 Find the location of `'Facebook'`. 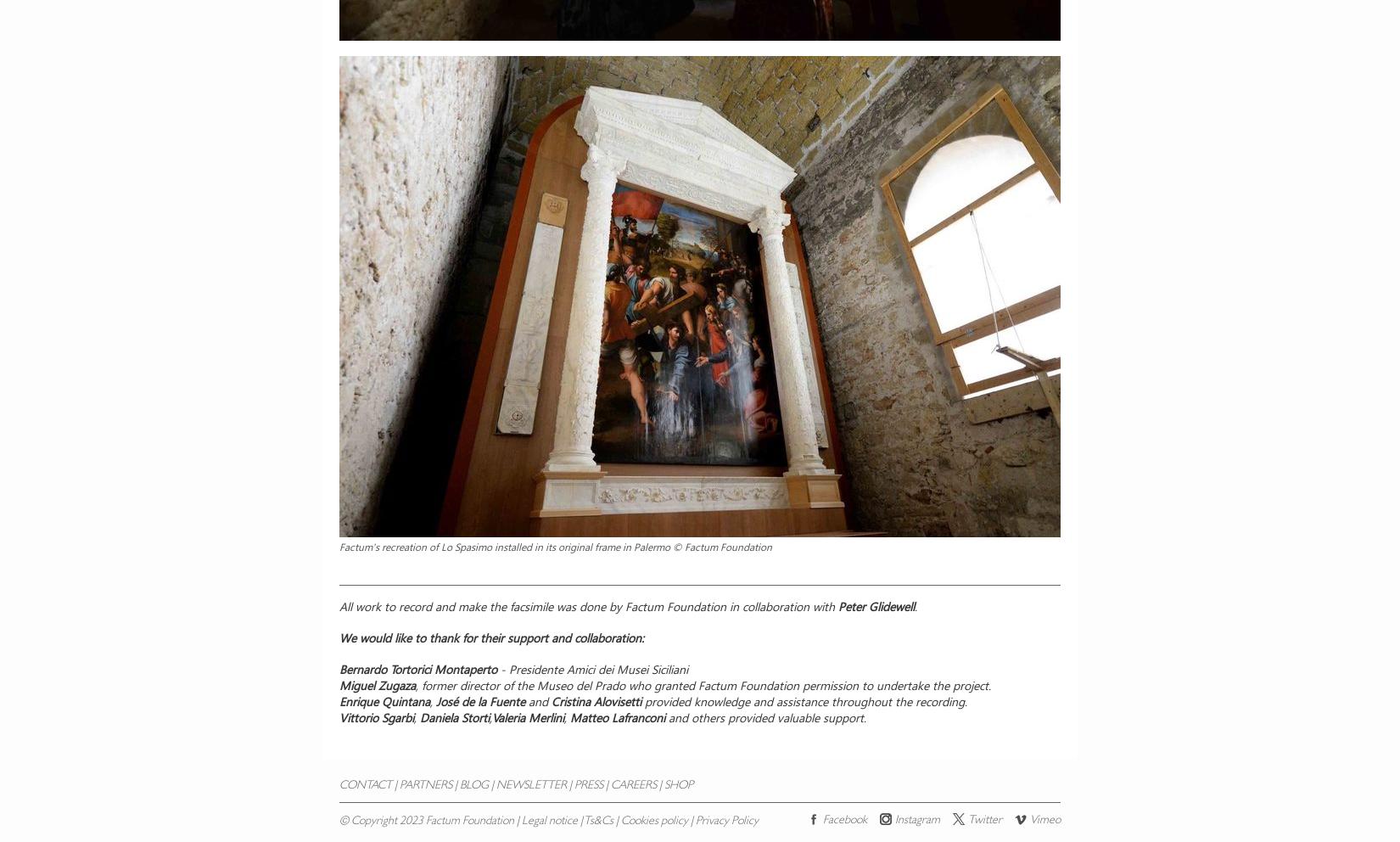

'Facebook' is located at coordinates (844, 820).